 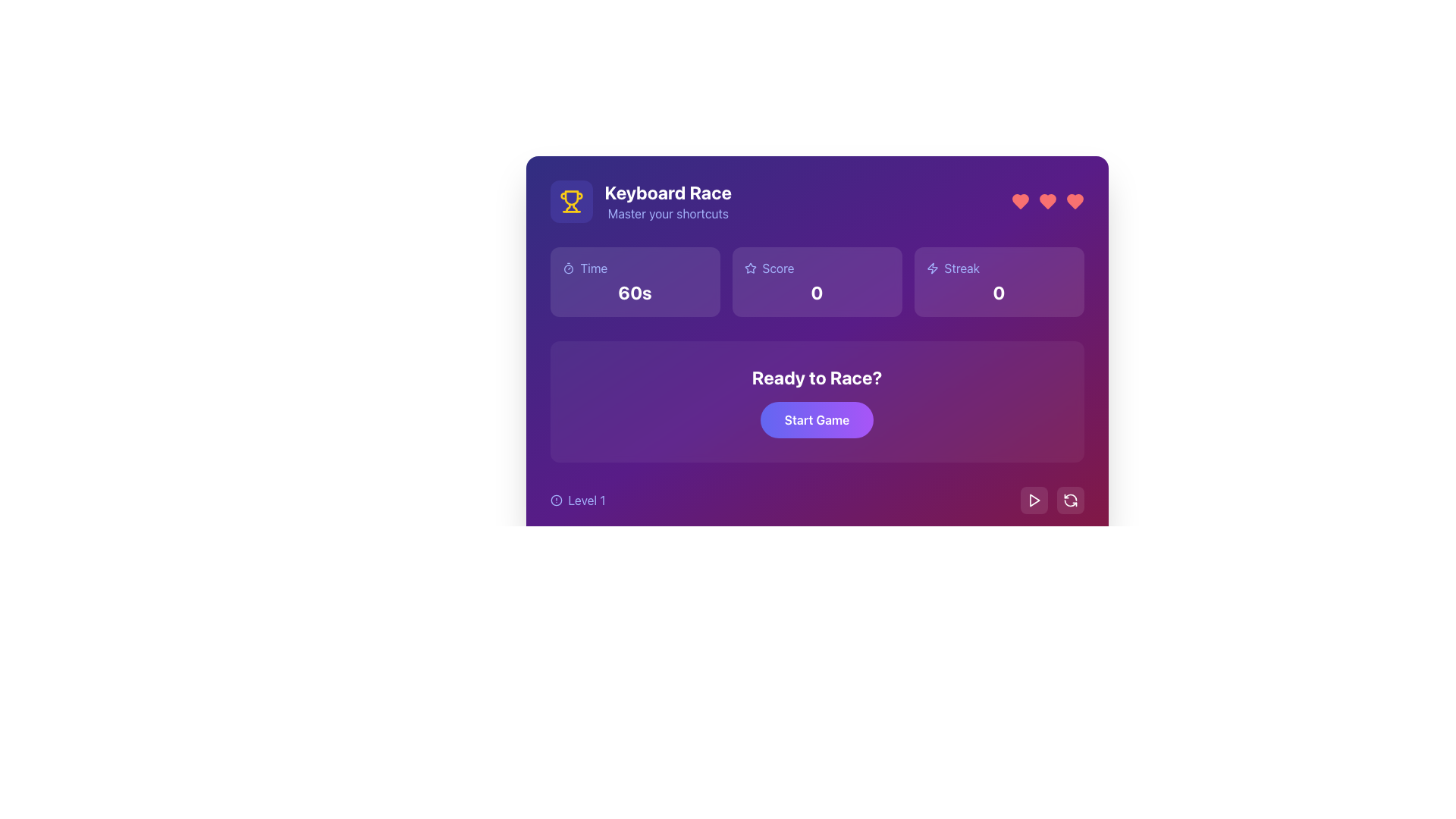 I want to click on the circular arrow icon button located at the bottom-right corner of the interface, so click(x=1069, y=500).